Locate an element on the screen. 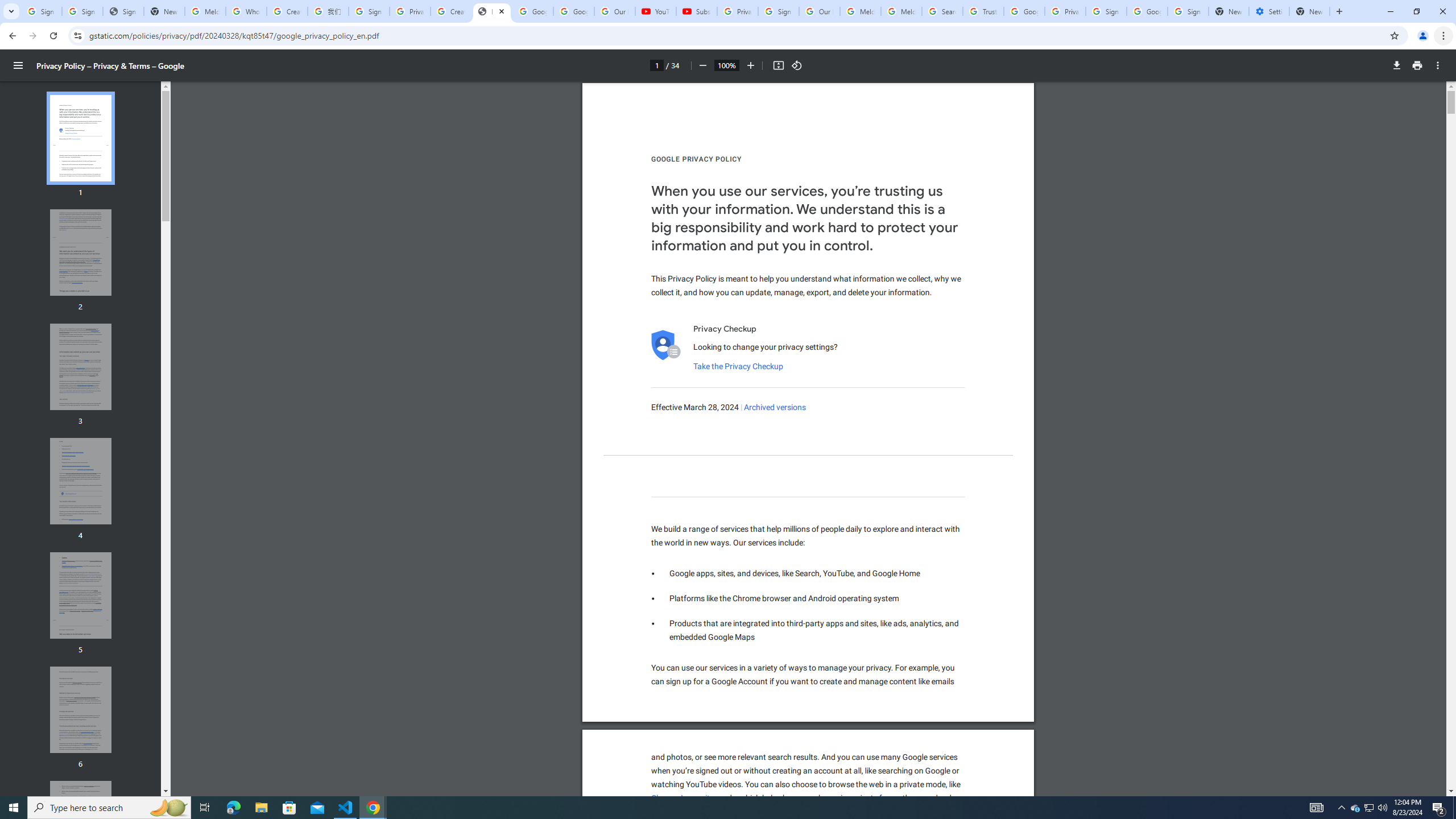  'Page number' is located at coordinates (656, 65).